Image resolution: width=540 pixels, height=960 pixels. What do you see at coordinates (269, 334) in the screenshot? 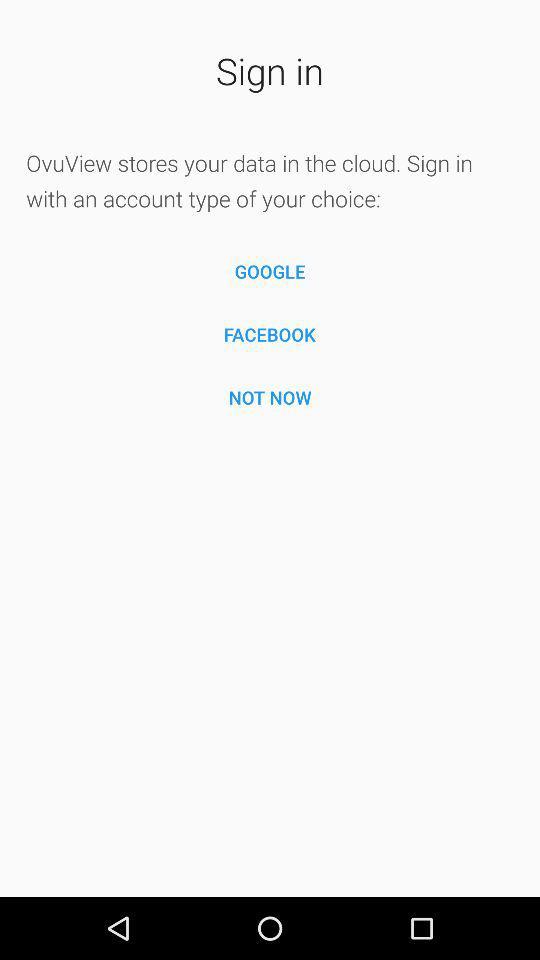
I see `item above not now item` at bounding box center [269, 334].